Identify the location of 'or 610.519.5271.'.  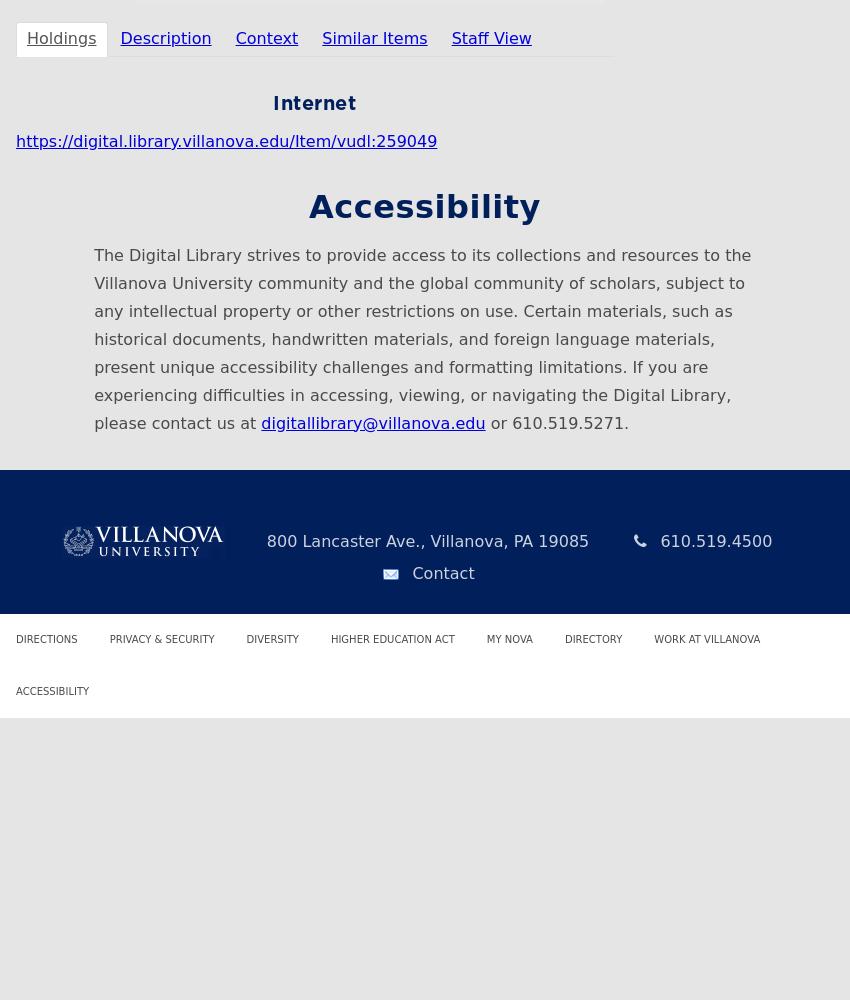
(557, 422).